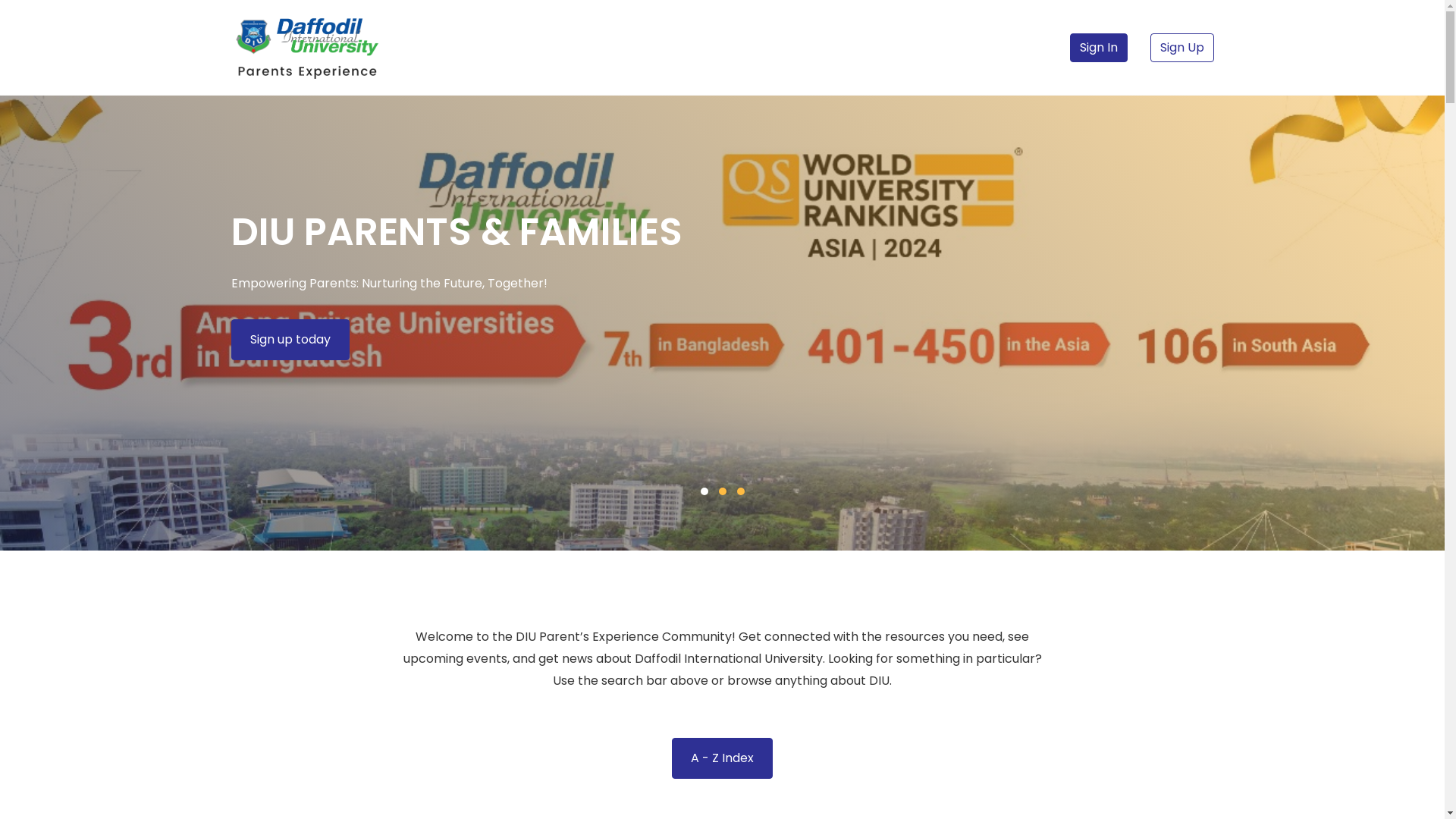 Image resolution: width=1456 pixels, height=819 pixels. Describe the element at coordinates (1181, 46) in the screenshot. I see `'Sign Up'` at that location.